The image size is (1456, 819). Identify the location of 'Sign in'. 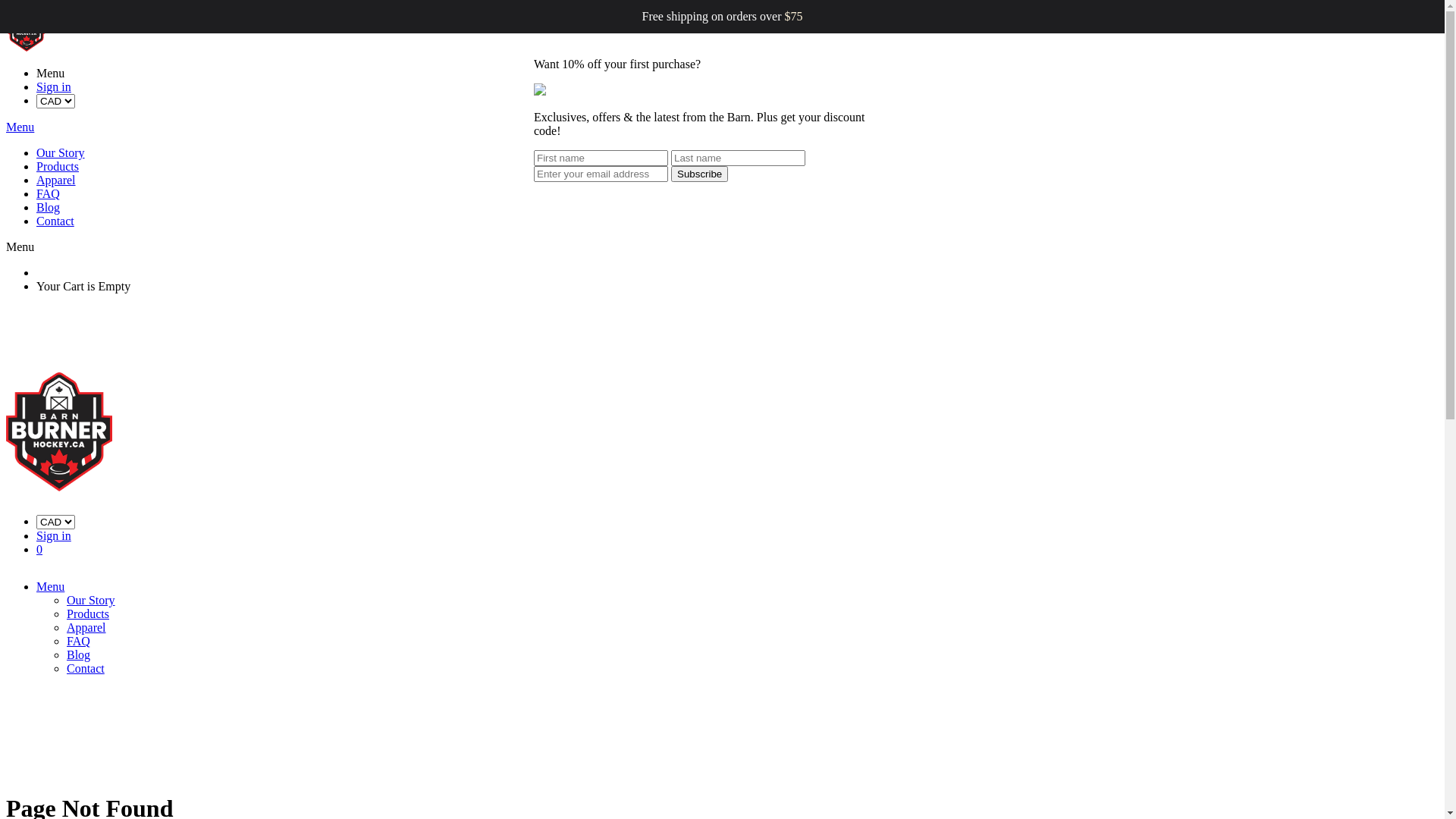
(36, 535).